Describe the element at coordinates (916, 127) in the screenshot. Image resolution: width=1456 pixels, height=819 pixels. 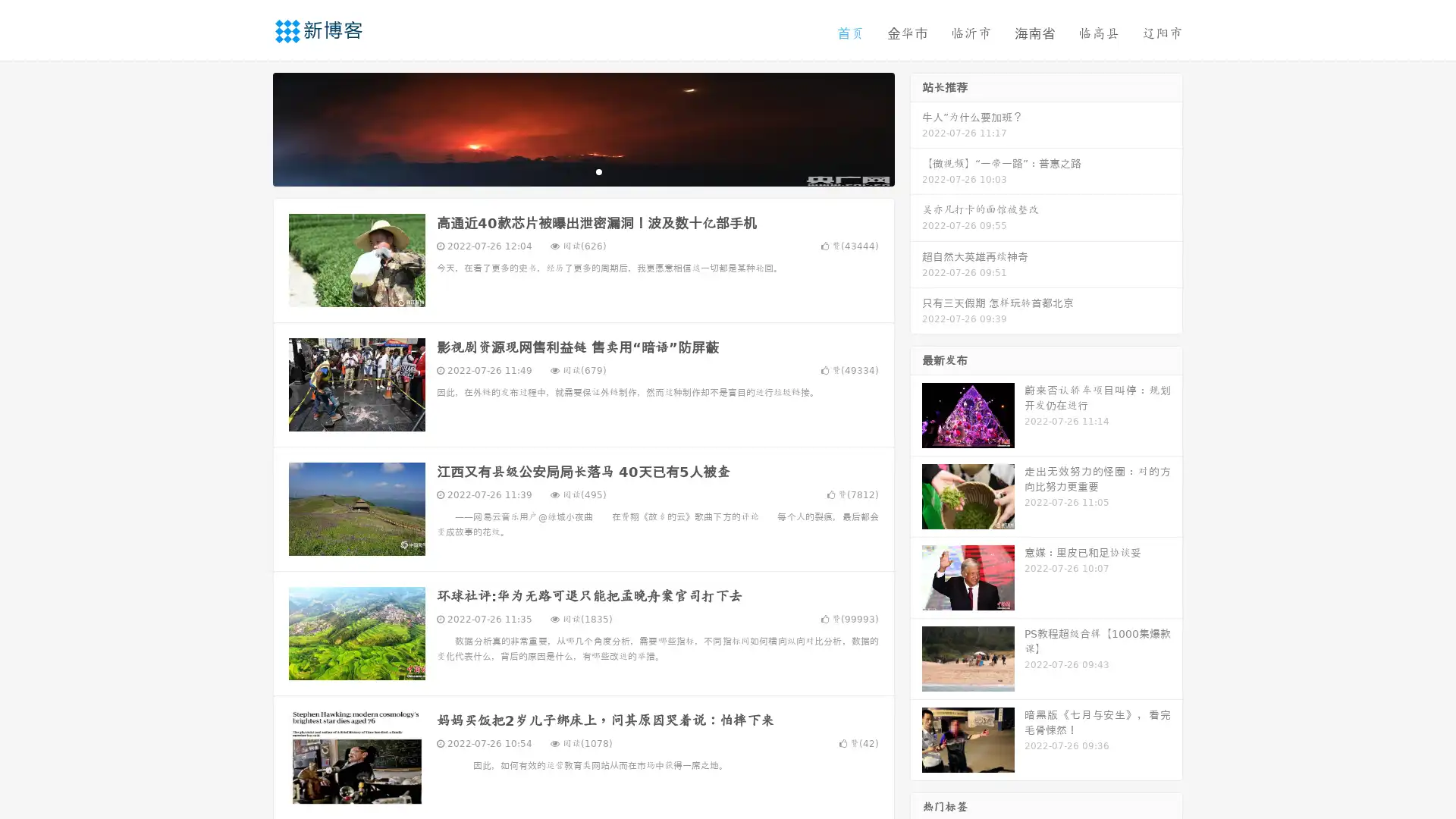
I see `Next slide` at that location.